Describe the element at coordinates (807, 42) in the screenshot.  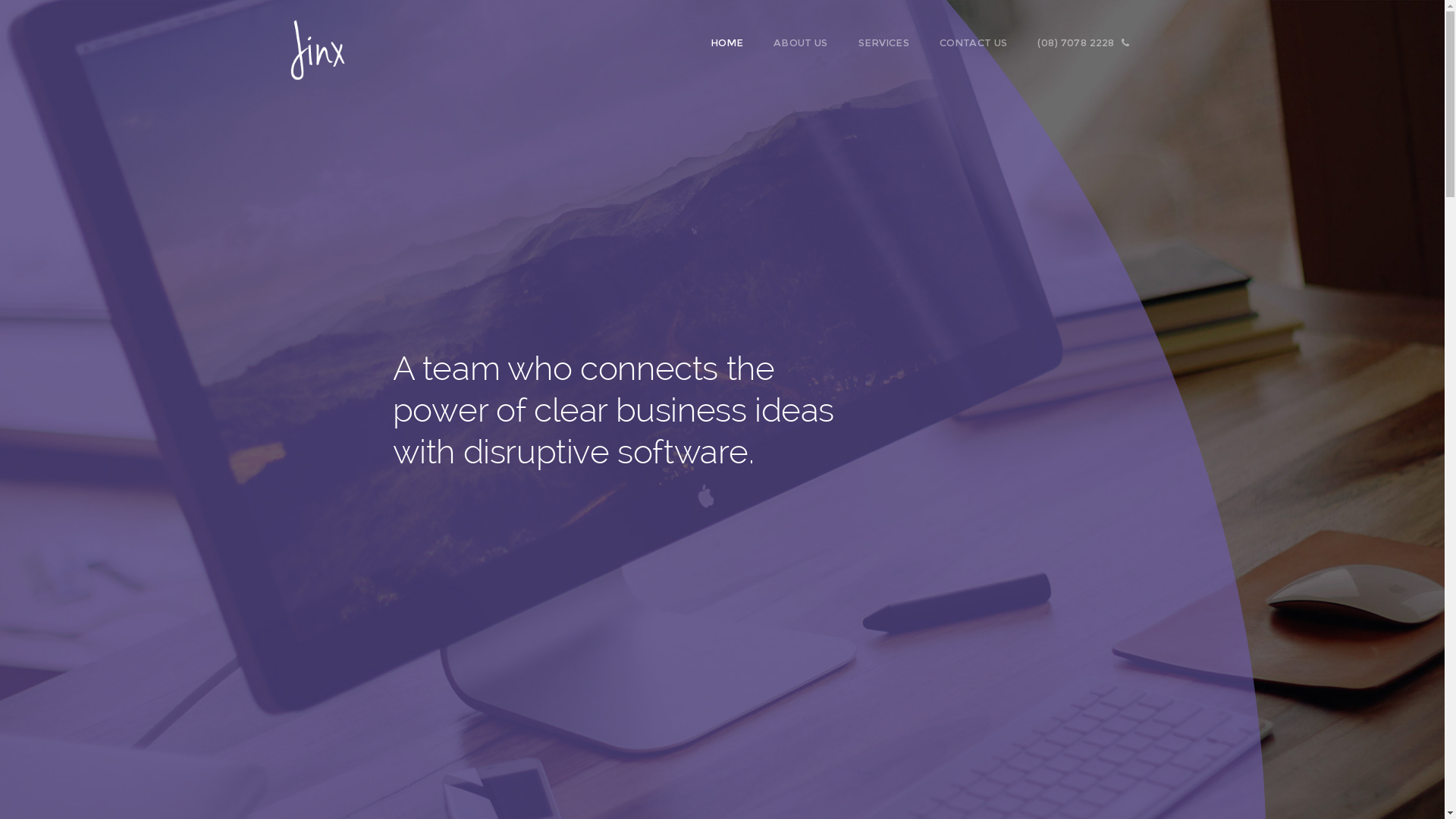
I see `'ABOUT US'` at that location.